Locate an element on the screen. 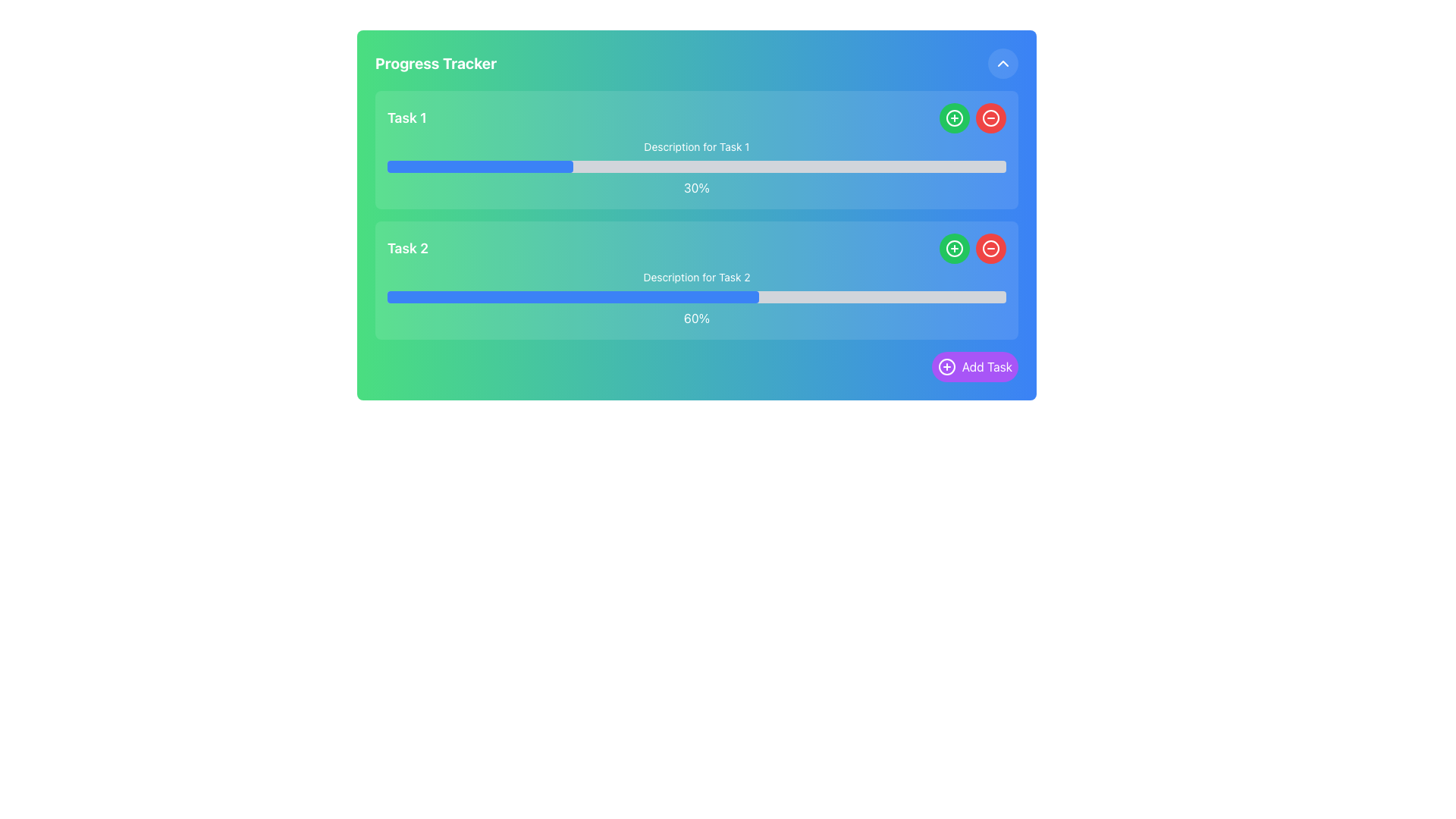 The image size is (1456, 819). the text label reading 'Description for Task 1' that is centrally aligned within the task card for 'Task 1' is located at coordinates (695, 146).